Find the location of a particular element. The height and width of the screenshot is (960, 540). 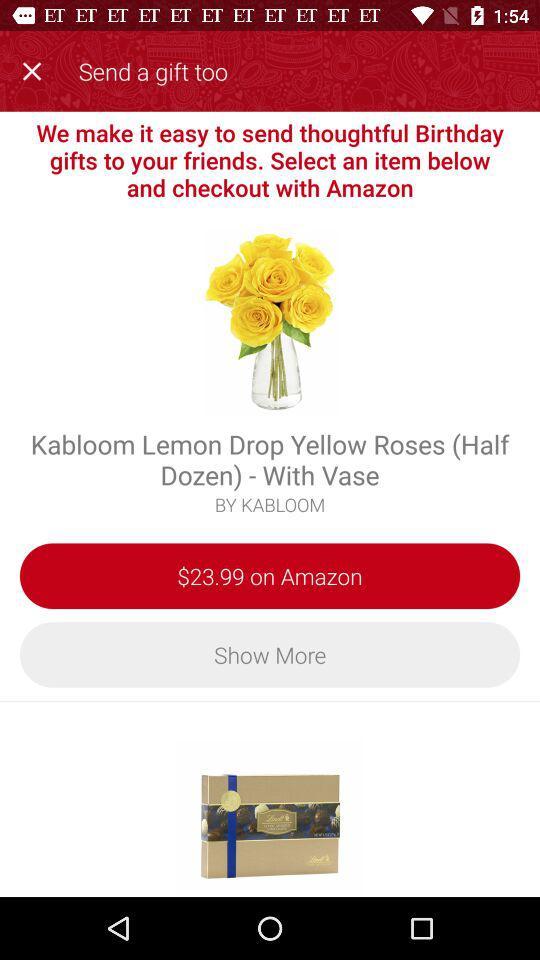

item next to the send a gift is located at coordinates (36, 68).